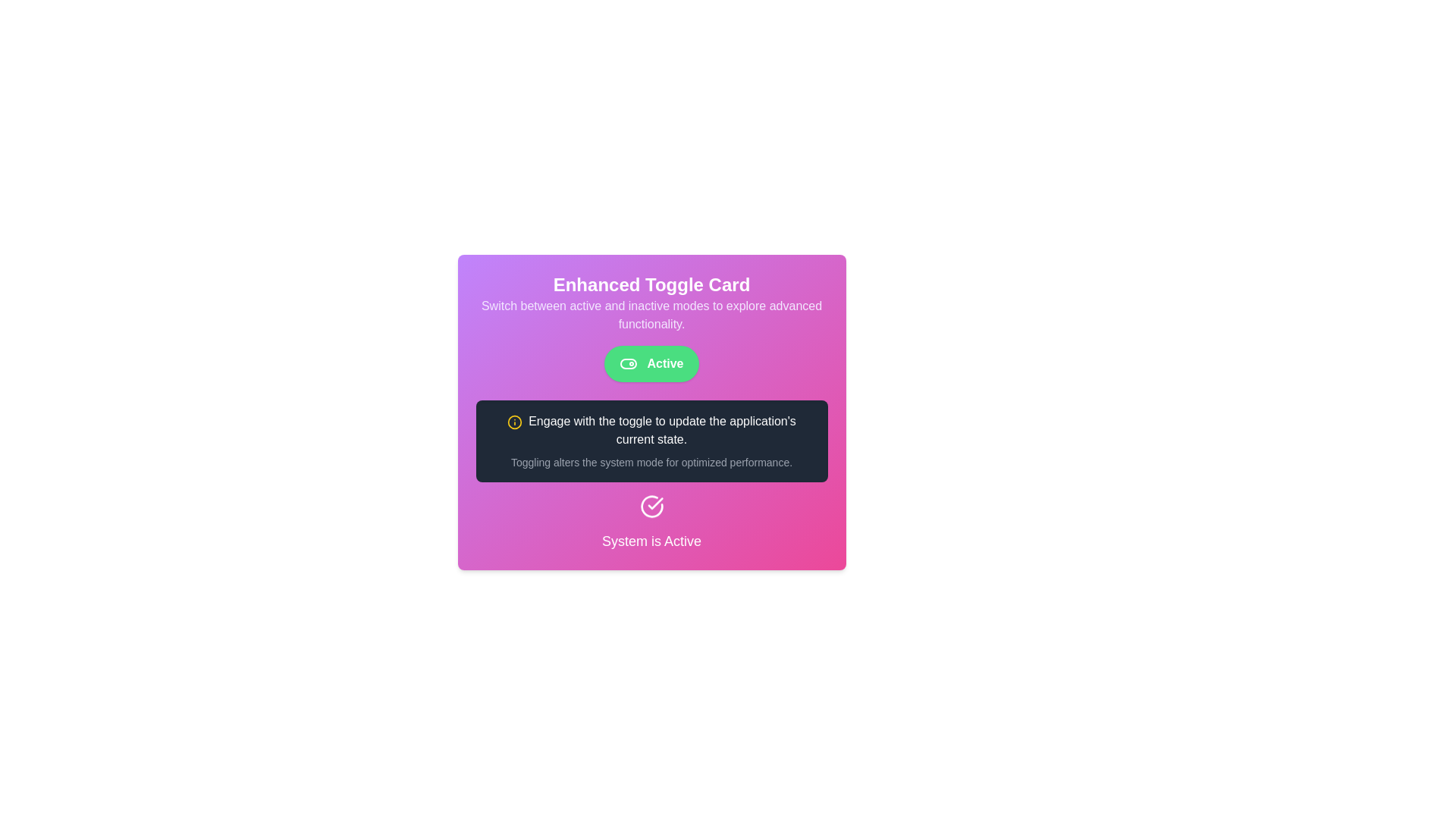  What do you see at coordinates (651, 303) in the screenshot?
I see `text content of the header and introductory description located above the toggle button labeled 'Active' in the toggle card` at bounding box center [651, 303].